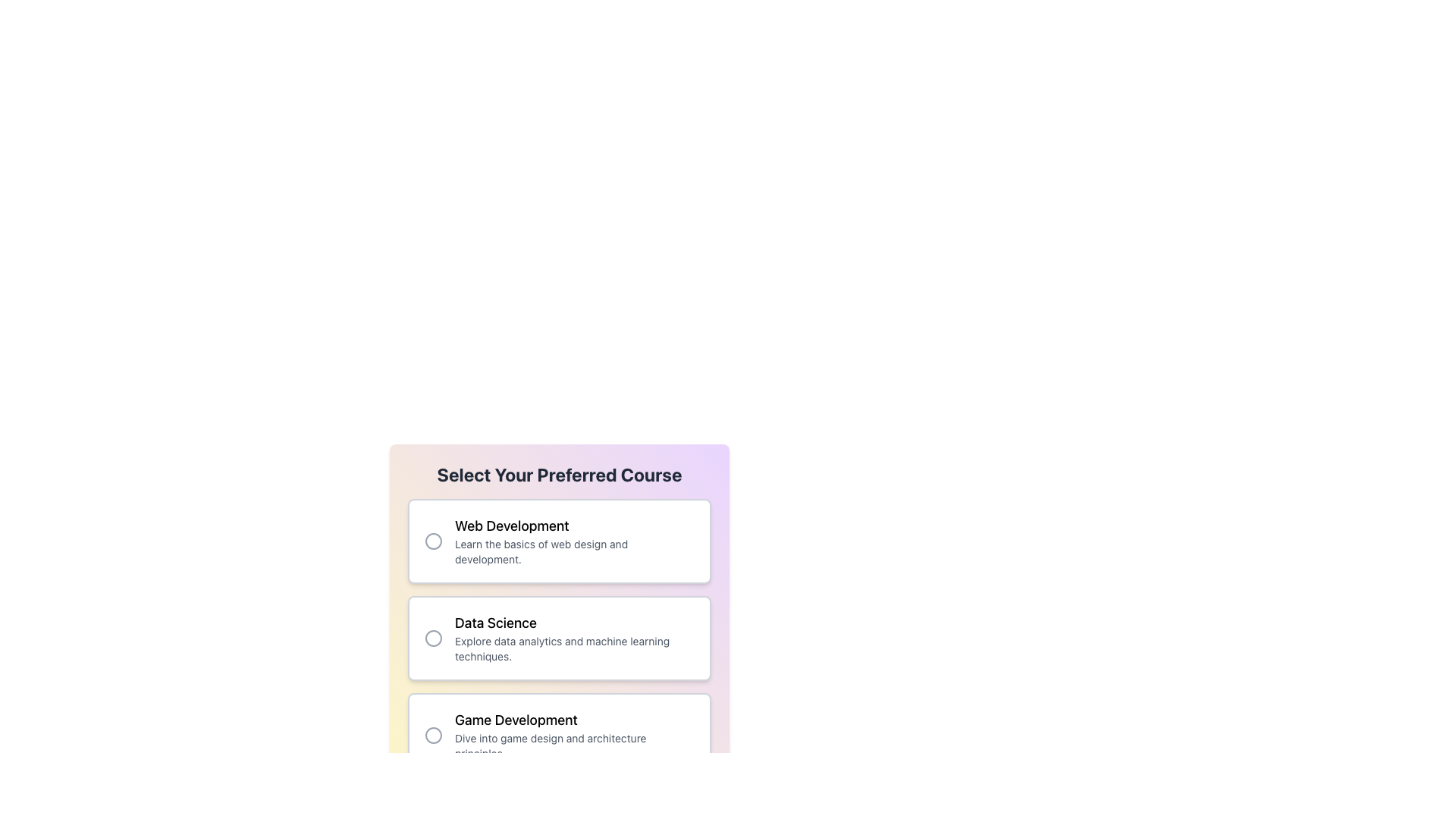 The width and height of the screenshot is (1456, 819). What do you see at coordinates (432, 734) in the screenshot?
I see `the third radio button labeled 'Game Development'` at bounding box center [432, 734].